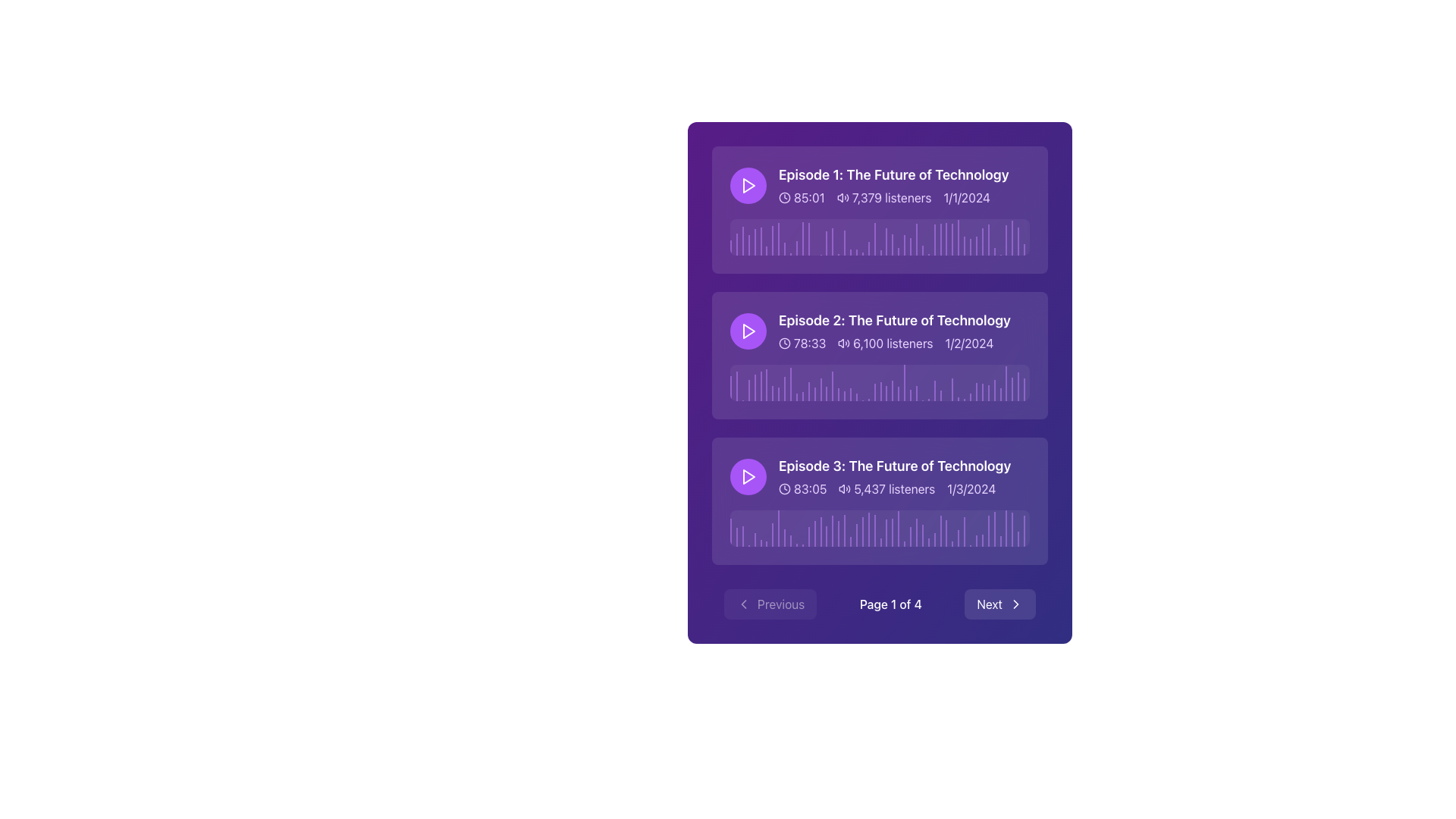  What do you see at coordinates (785, 248) in the screenshot?
I see `the 10th vertical bar in the audio waveform visualization for the first episode item in the list of episodes` at bounding box center [785, 248].